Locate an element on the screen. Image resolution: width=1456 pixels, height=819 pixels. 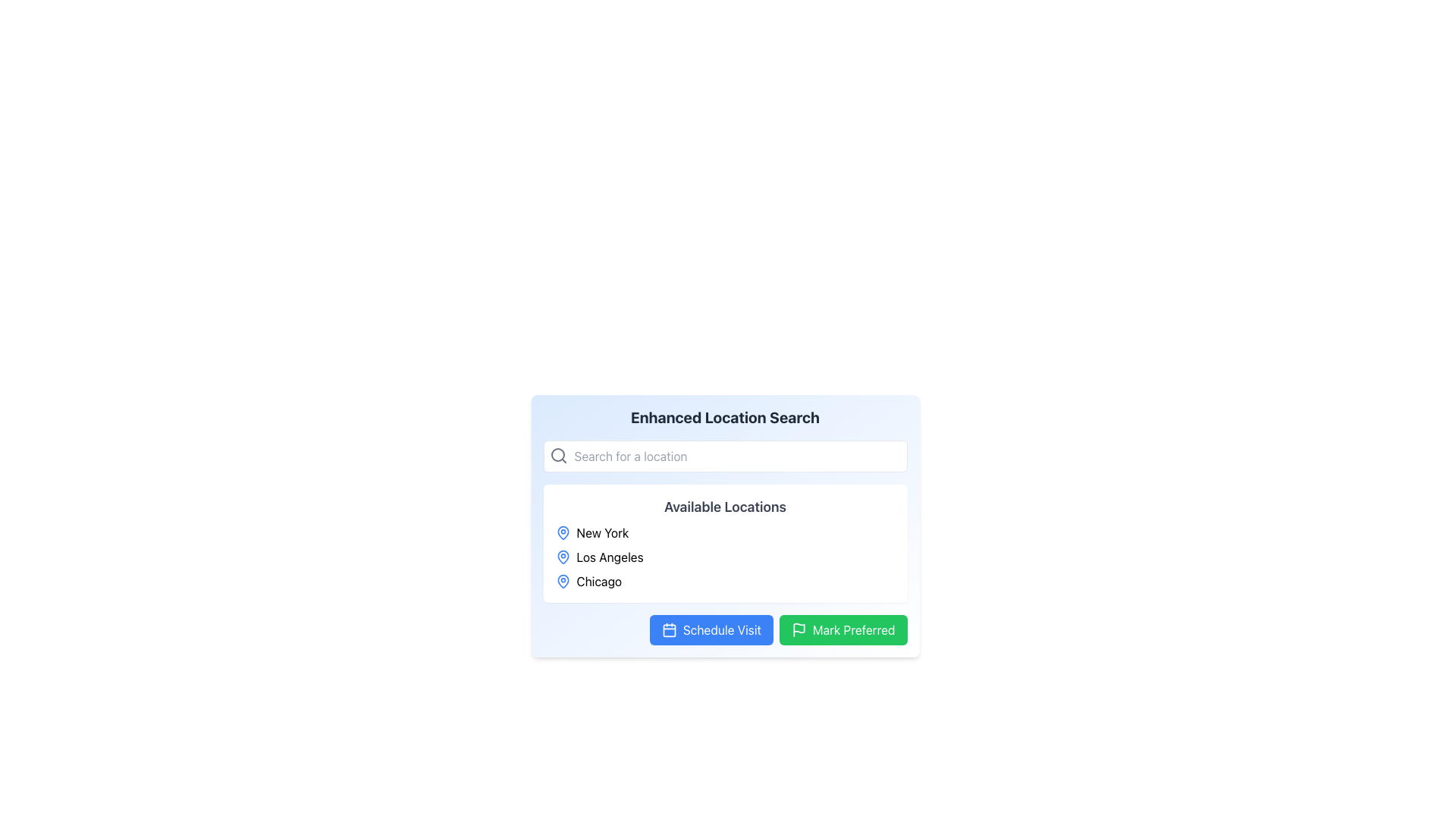
the marker icon for the geographical location label 'Chicago' in the 'Available Locations' section for accessibility purposes is located at coordinates (562, 581).